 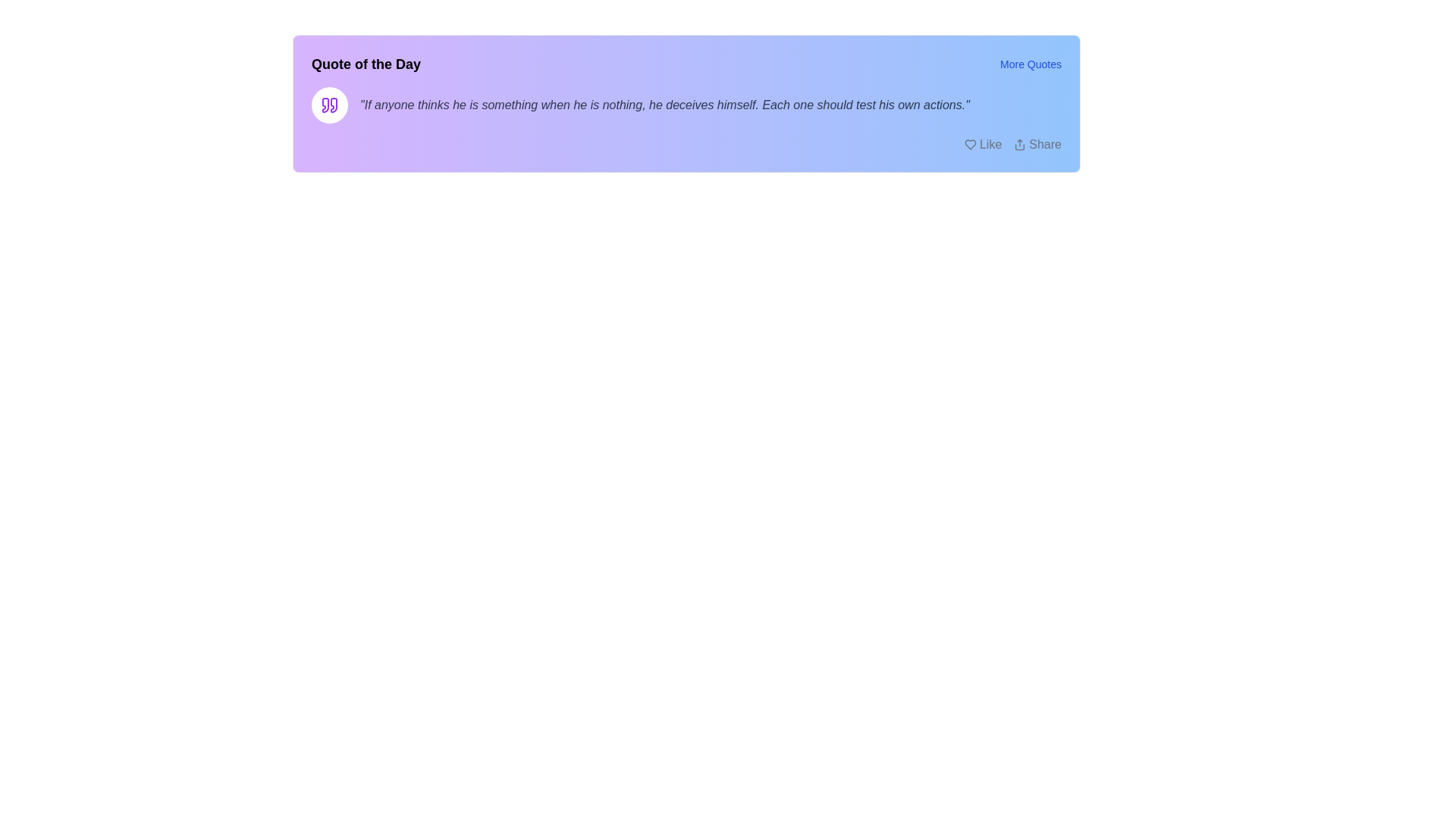 I want to click on the left quote mark graphical icon located in the upper left corner of the quote-display interface, which symbolizes the beginning of a quote, so click(x=325, y=104).